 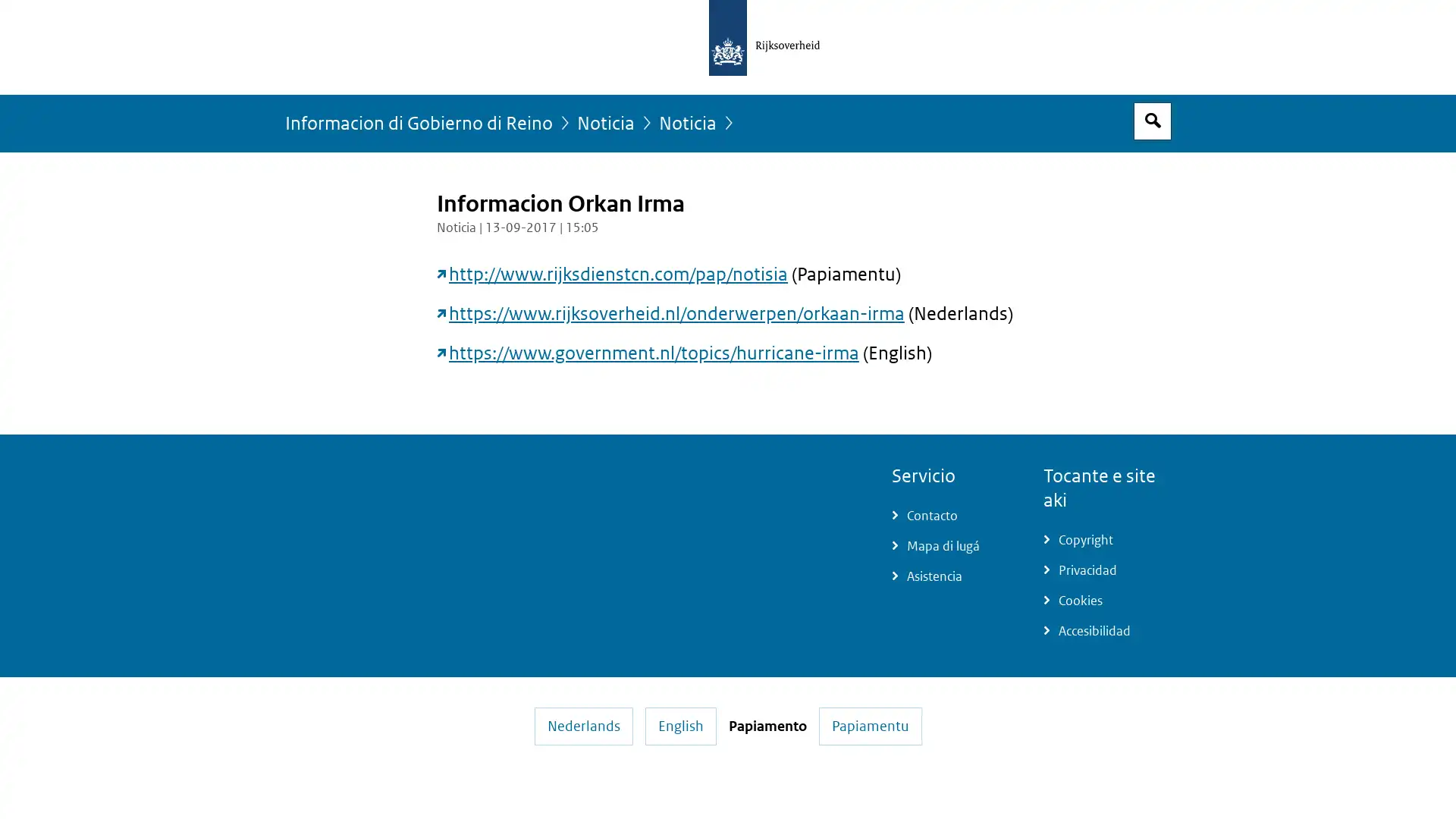 What do you see at coordinates (1153, 120) in the screenshot?
I see `Espacio pa busca habri` at bounding box center [1153, 120].